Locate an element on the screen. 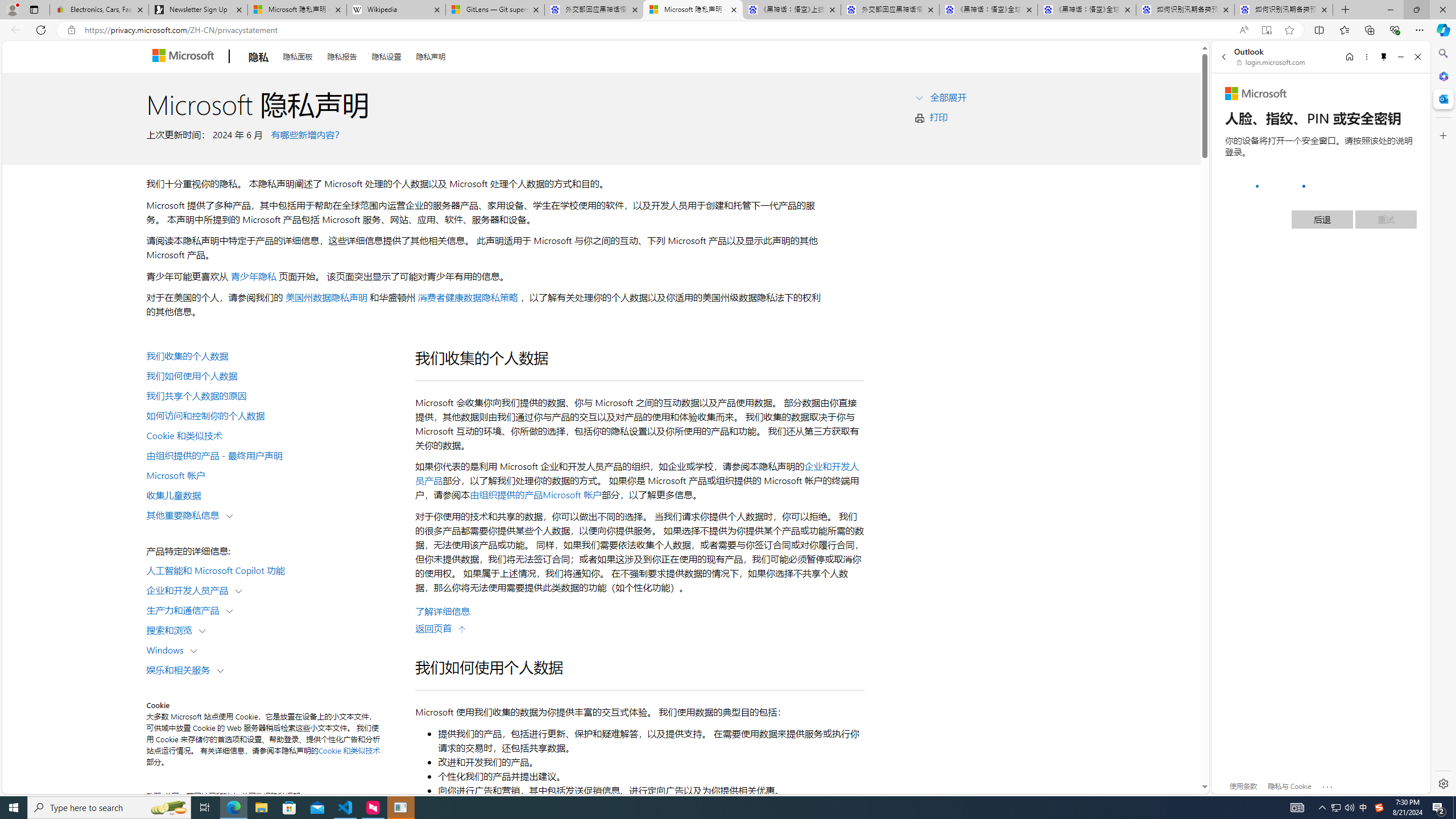  'Wikipedia' is located at coordinates (396, 9).